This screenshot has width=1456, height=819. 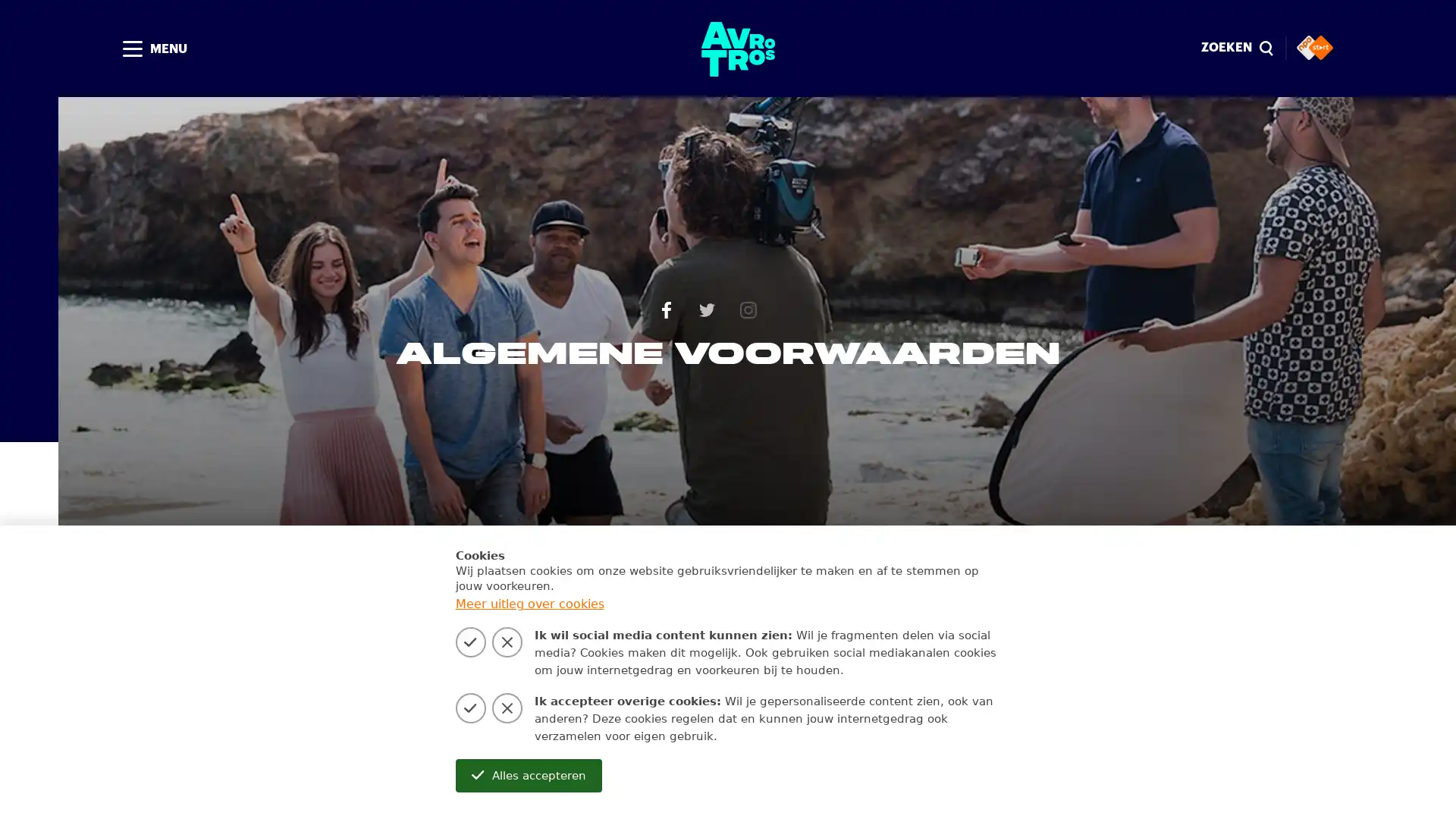 I want to click on Sluiten, so click(x=1266, y=49).